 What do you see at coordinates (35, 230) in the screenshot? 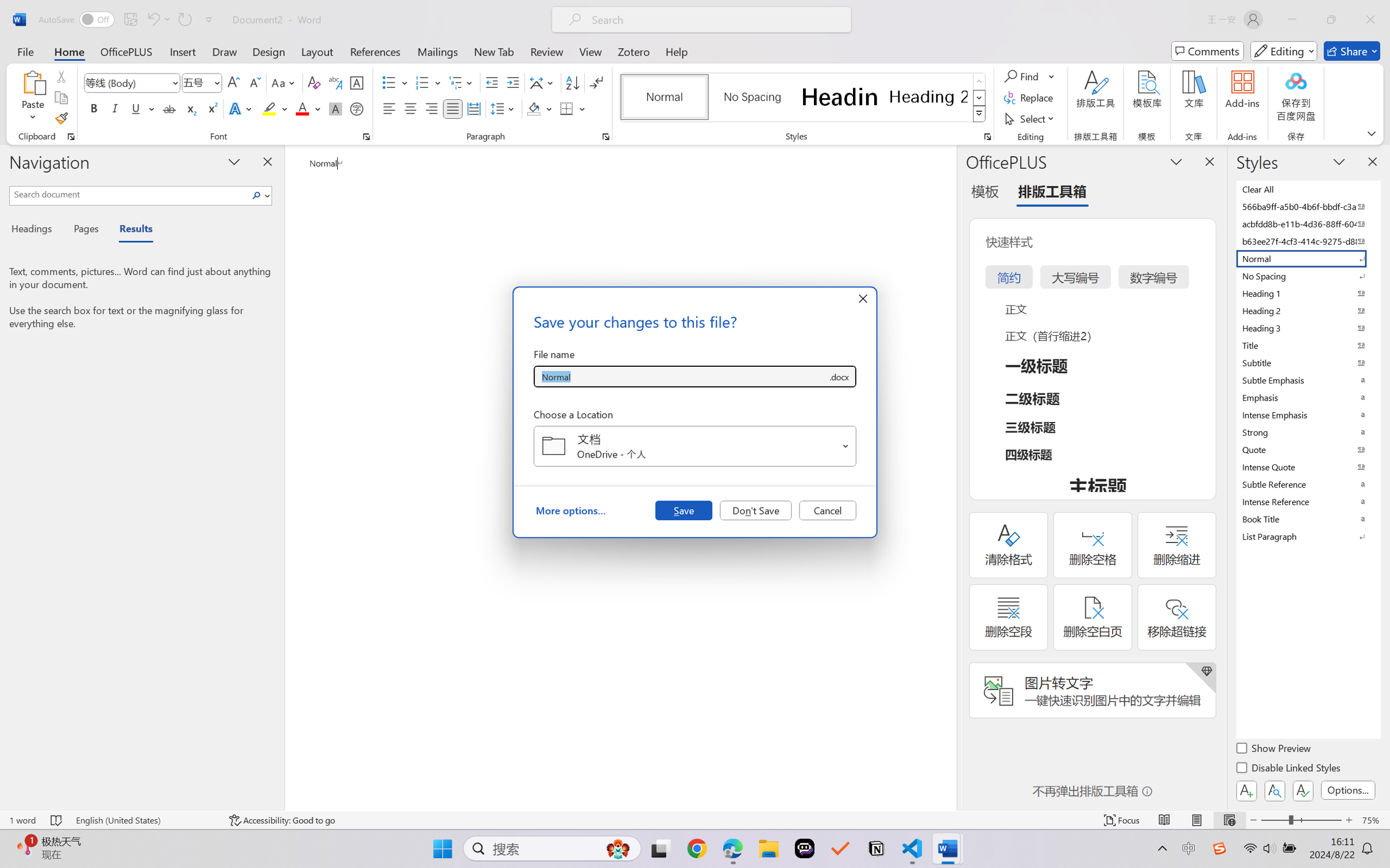
I see `'Headings'` at bounding box center [35, 230].